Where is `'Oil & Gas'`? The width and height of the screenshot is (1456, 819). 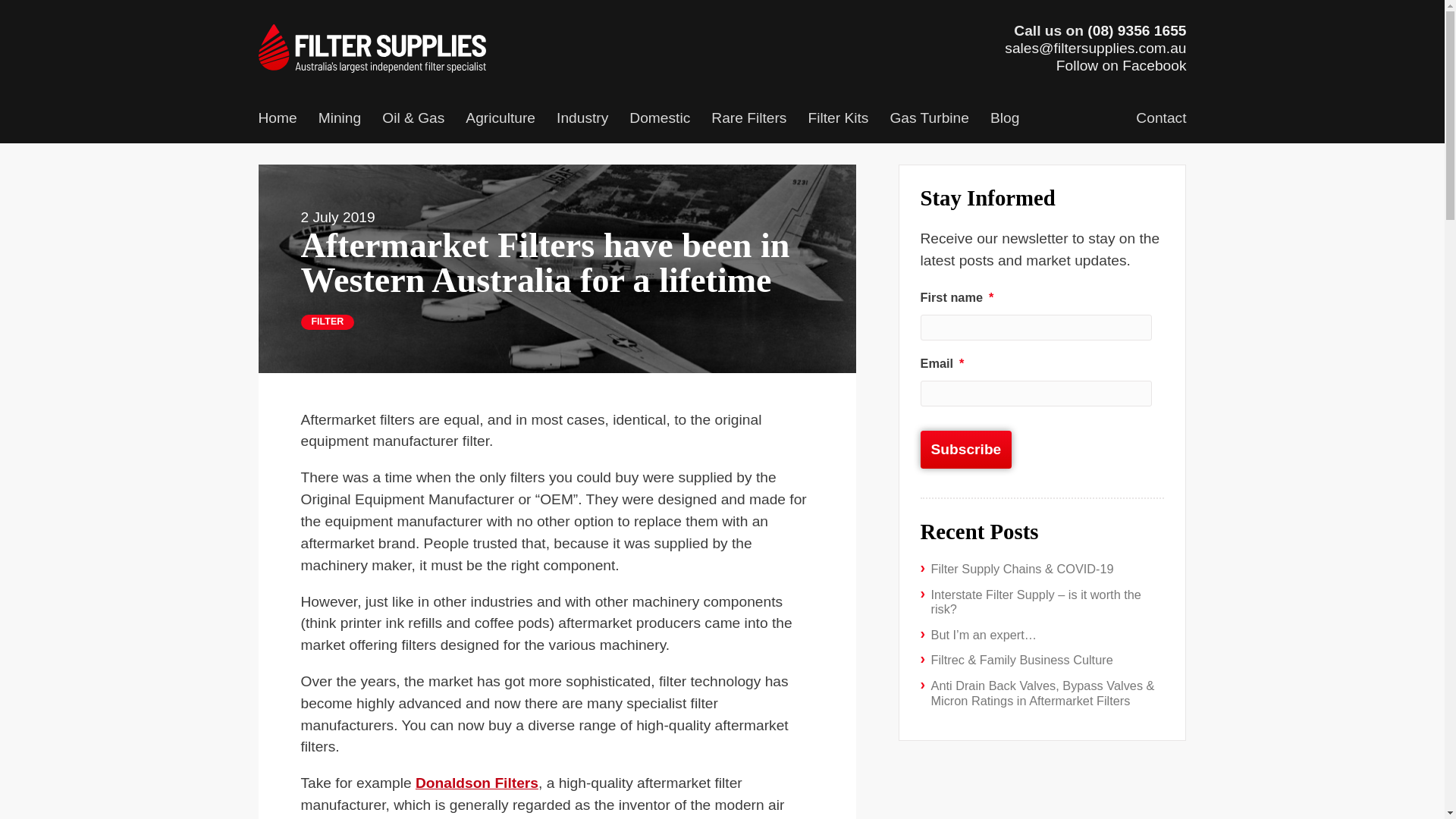
'Oil & Gas' is located at coordinates (371, 119).